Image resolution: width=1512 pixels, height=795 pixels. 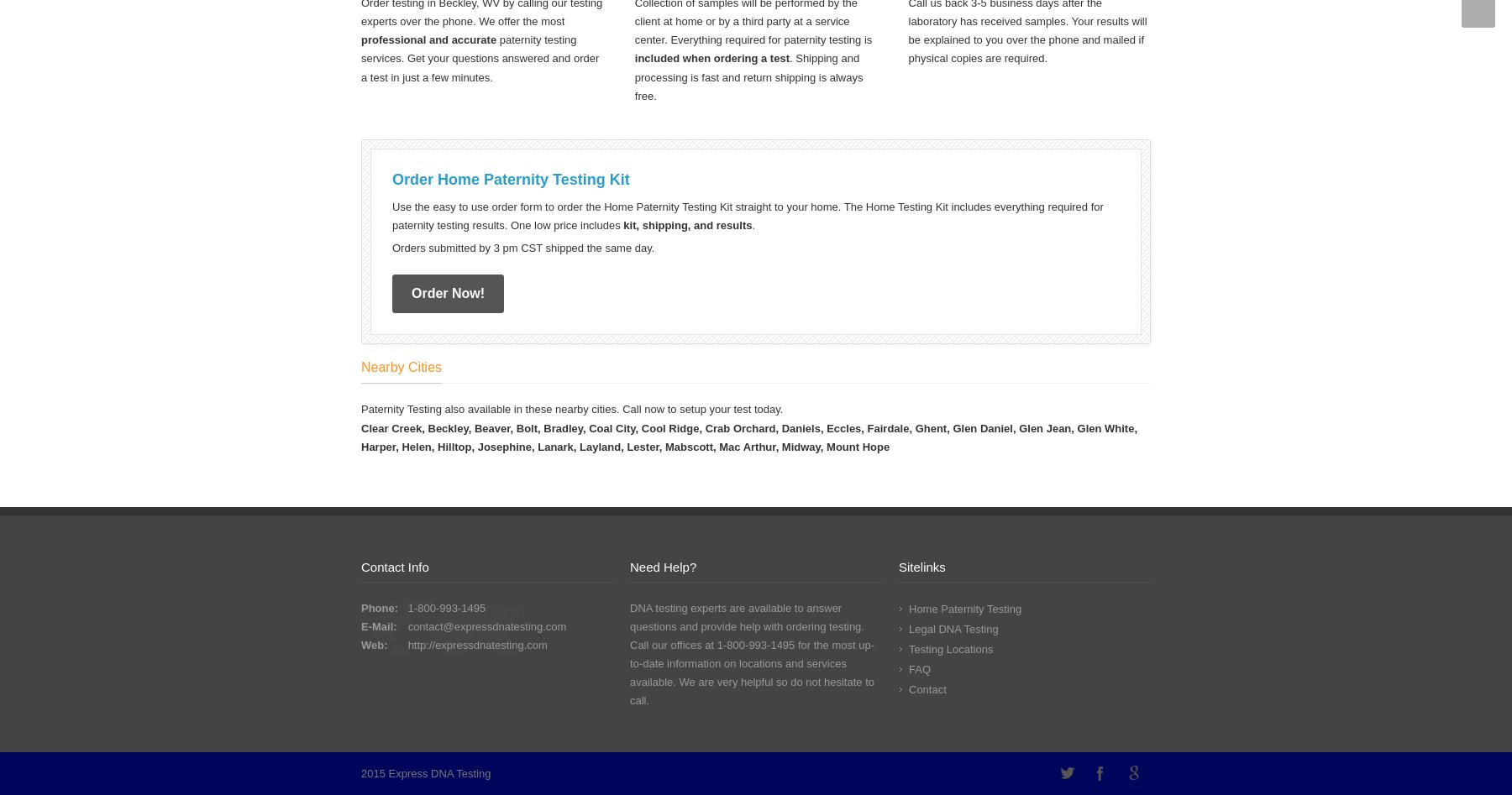 What do you see at coordinates (401, 367) in the screenshot?
I see `'Nearby Cities'` at bounding box center [401, 367].